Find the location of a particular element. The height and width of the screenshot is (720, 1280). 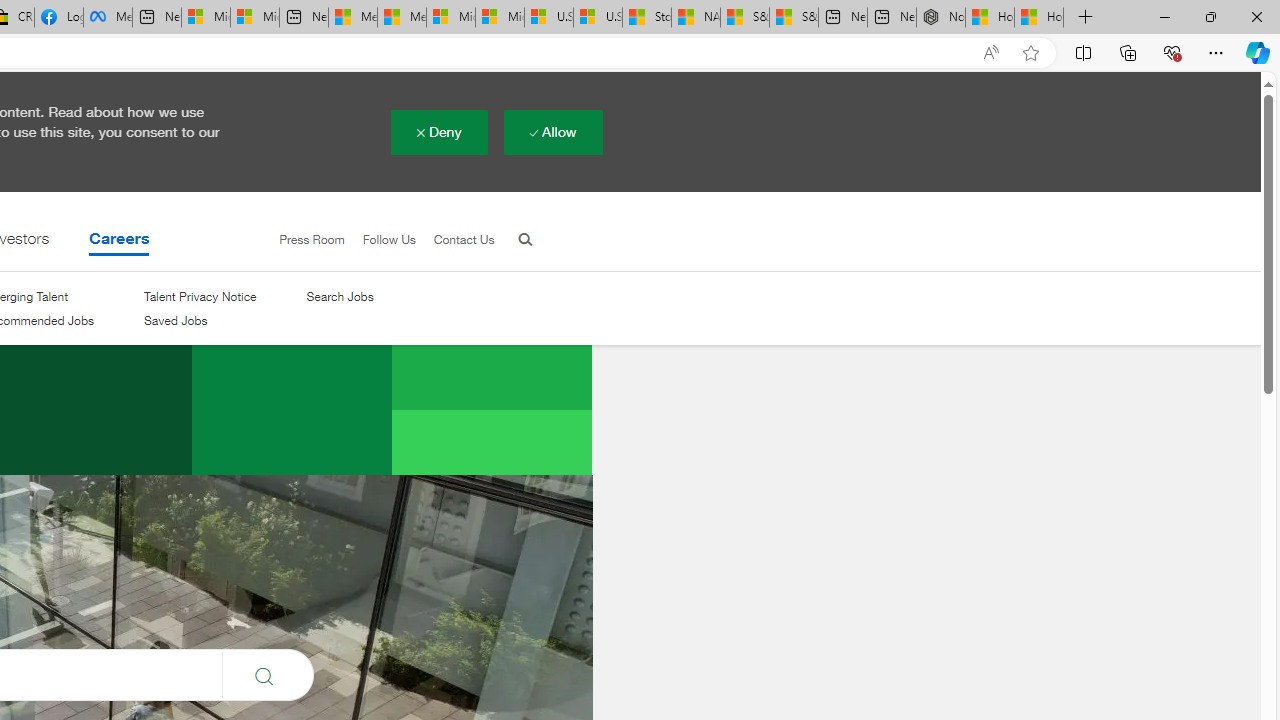

'S&P 500, Nasdaq end lower, weighed by Nvidia dip | Watch' is located at coordinates (793, 17).